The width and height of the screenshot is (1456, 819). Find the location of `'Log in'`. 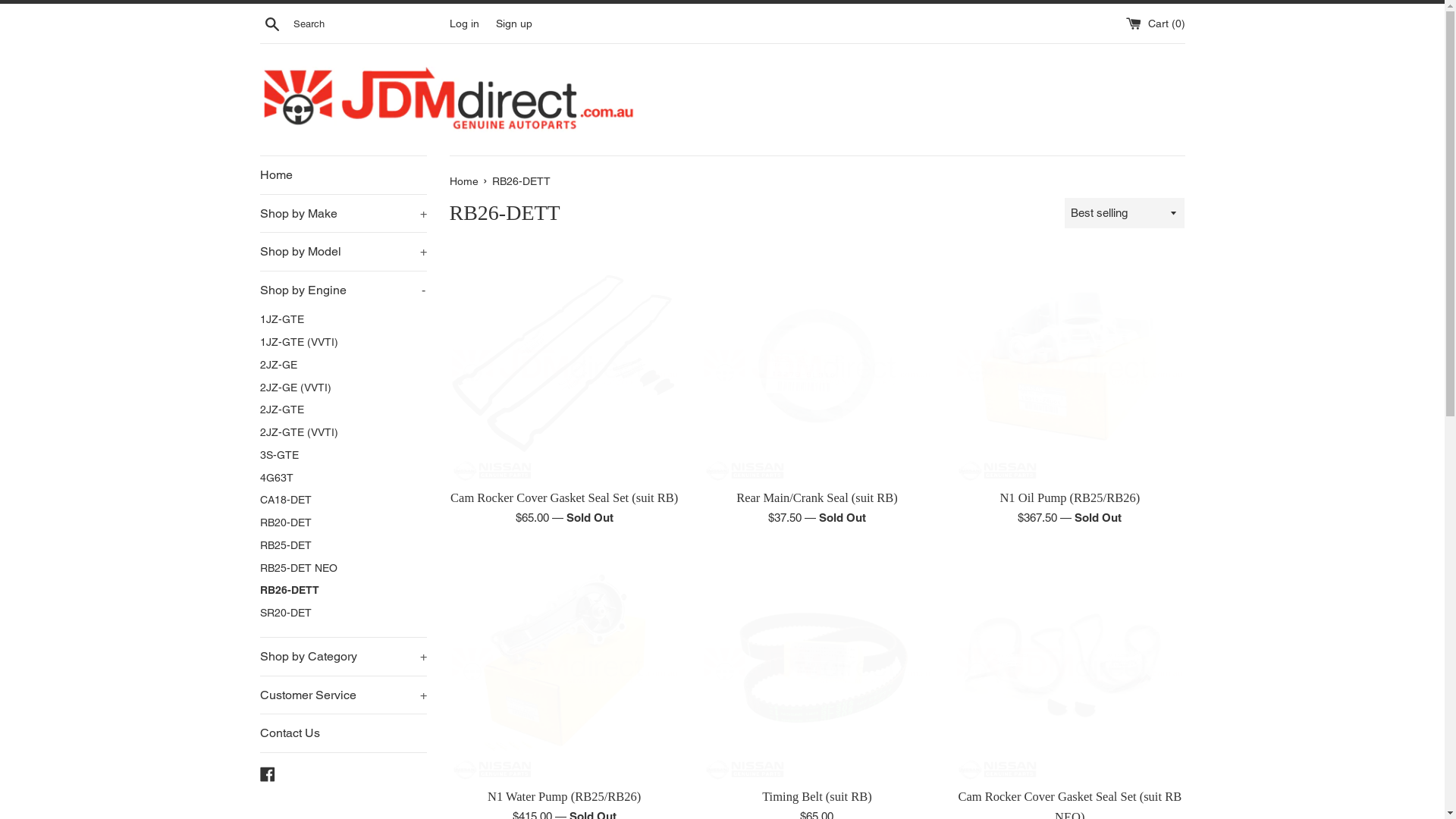

'Log in' is located at coordinates (463, 23).